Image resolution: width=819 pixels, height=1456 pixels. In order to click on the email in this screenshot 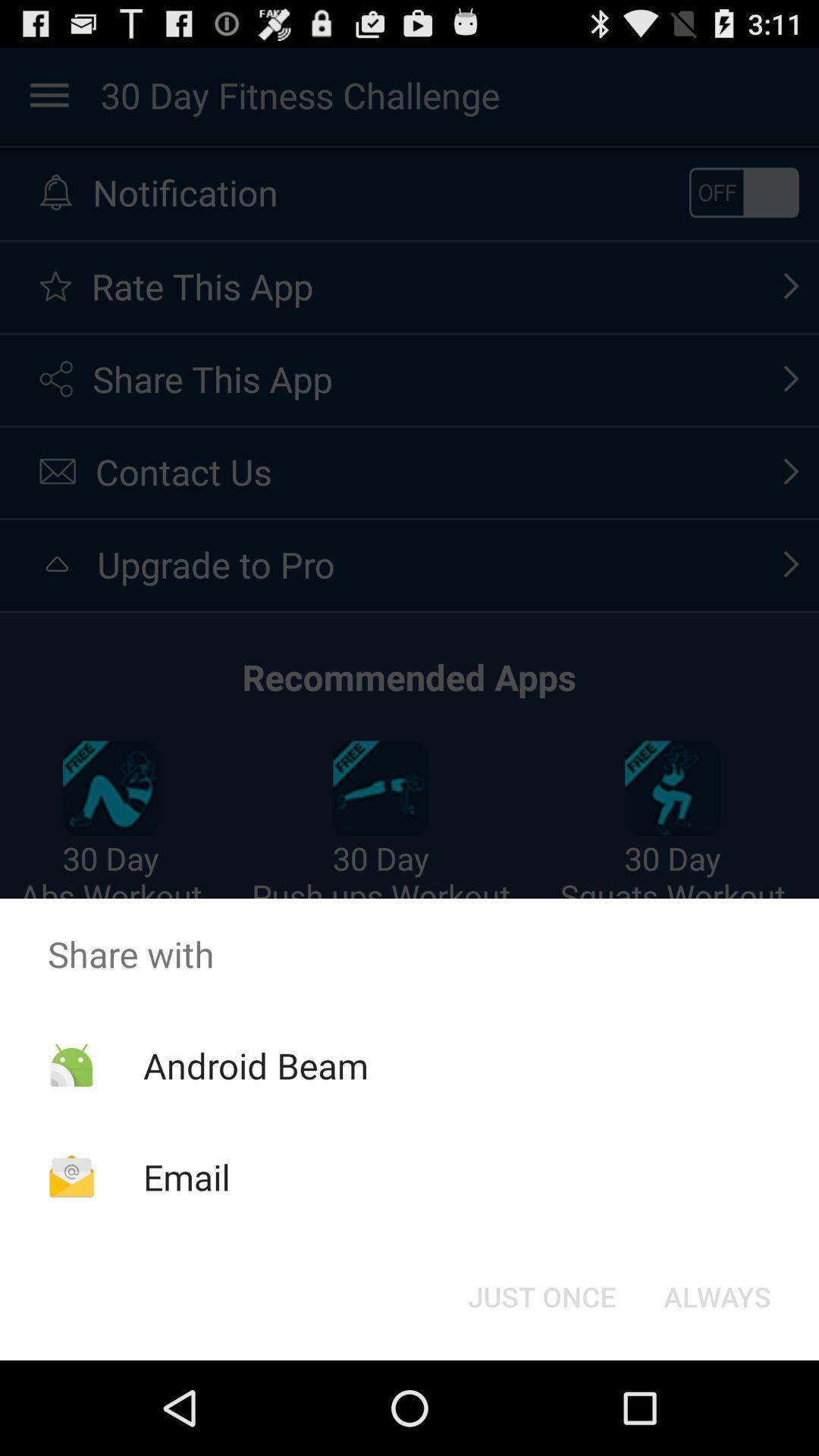, I will do `click(186, 1176)`.